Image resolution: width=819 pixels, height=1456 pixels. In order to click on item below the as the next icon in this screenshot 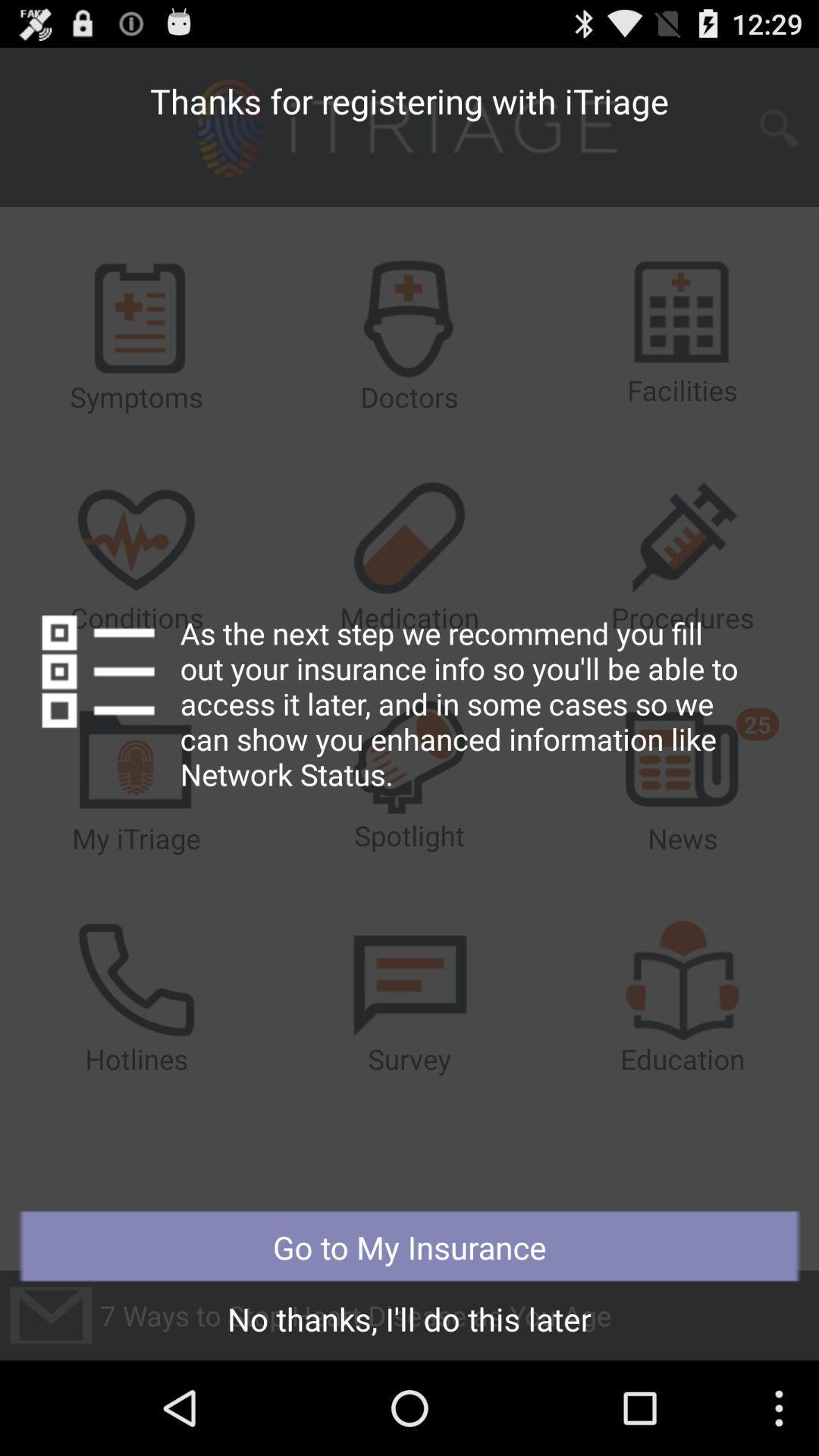, I will do `click(409, 1247)`.